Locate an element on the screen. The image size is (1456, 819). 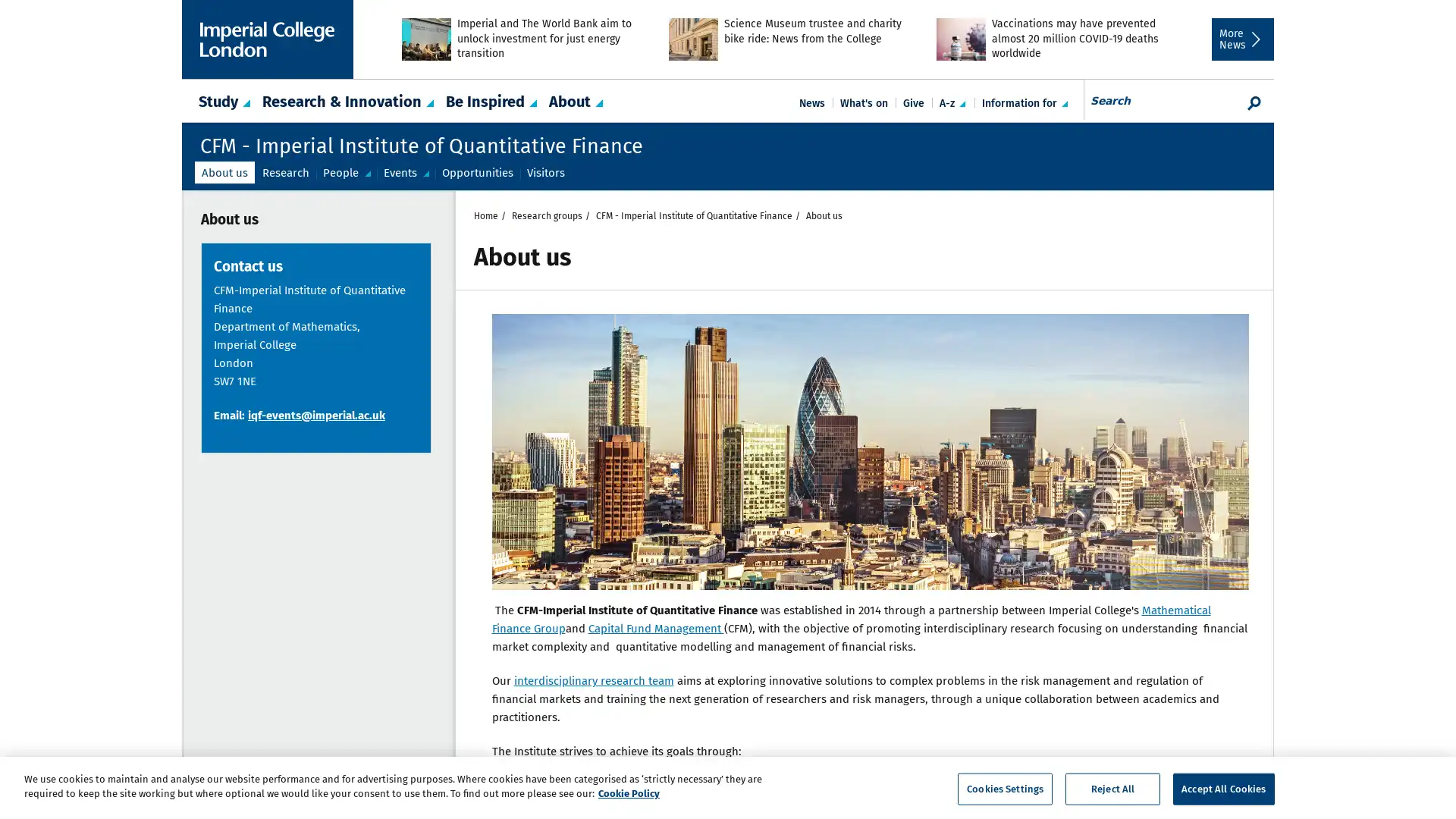
b Search is located at coordinates (1255, 102).